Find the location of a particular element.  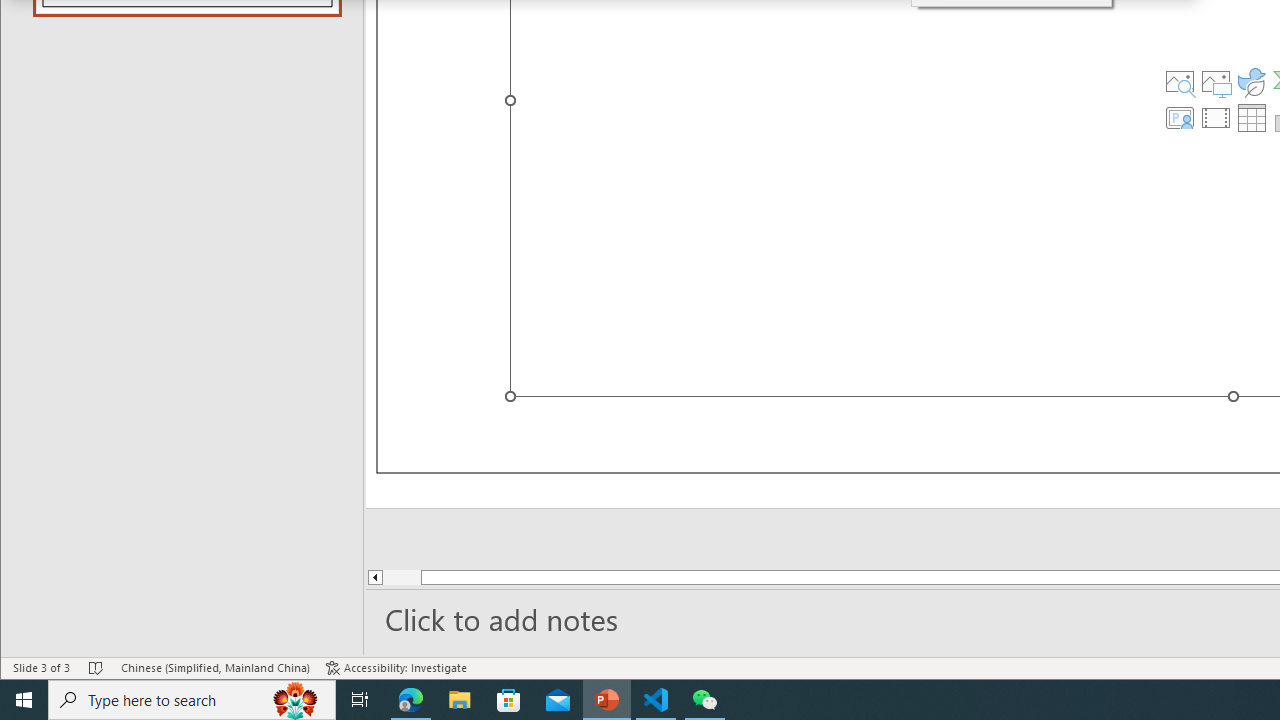

'Microsoft Edge - 1 running window' is located at coordinates (410, 698).